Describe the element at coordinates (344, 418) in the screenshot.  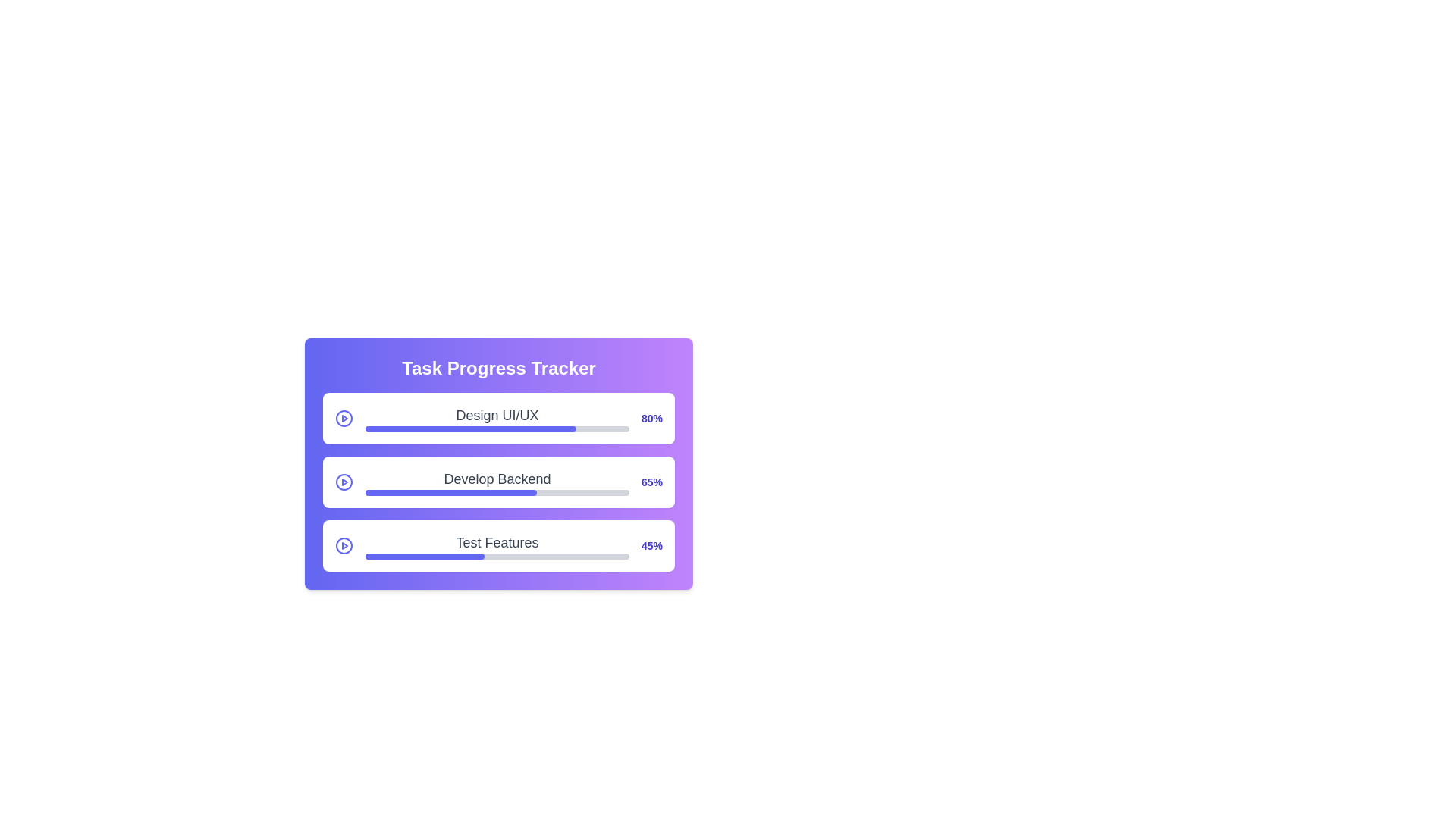
I see `the outermost SVG Circle of the play icon located in the 'Design UI/UX' task entry` at that location.